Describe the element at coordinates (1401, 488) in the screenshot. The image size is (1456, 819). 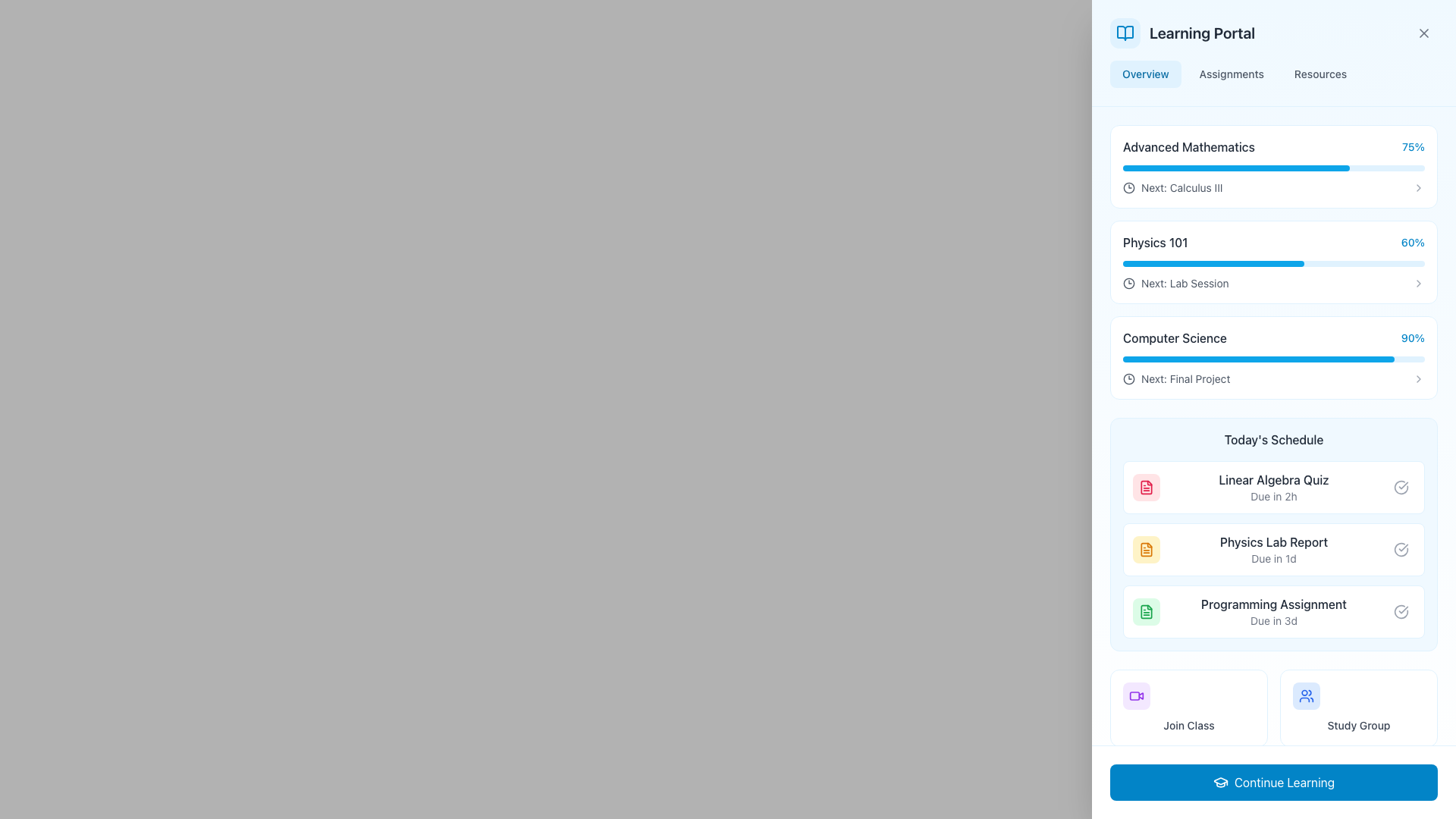
I see `the completion status icon located in the rightmost portion of the list entry labeled 'Linear Algebra Quiz'` at that location.